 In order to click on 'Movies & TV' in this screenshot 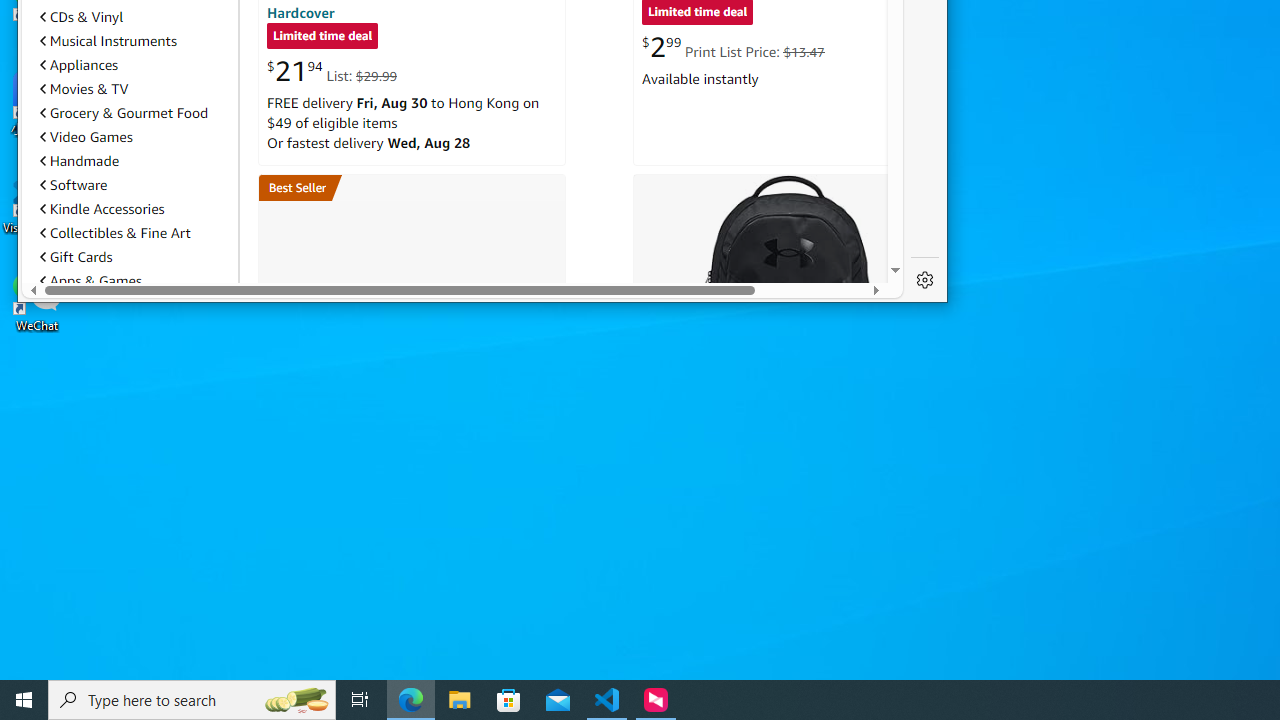, I will do `click(134, 88)`.